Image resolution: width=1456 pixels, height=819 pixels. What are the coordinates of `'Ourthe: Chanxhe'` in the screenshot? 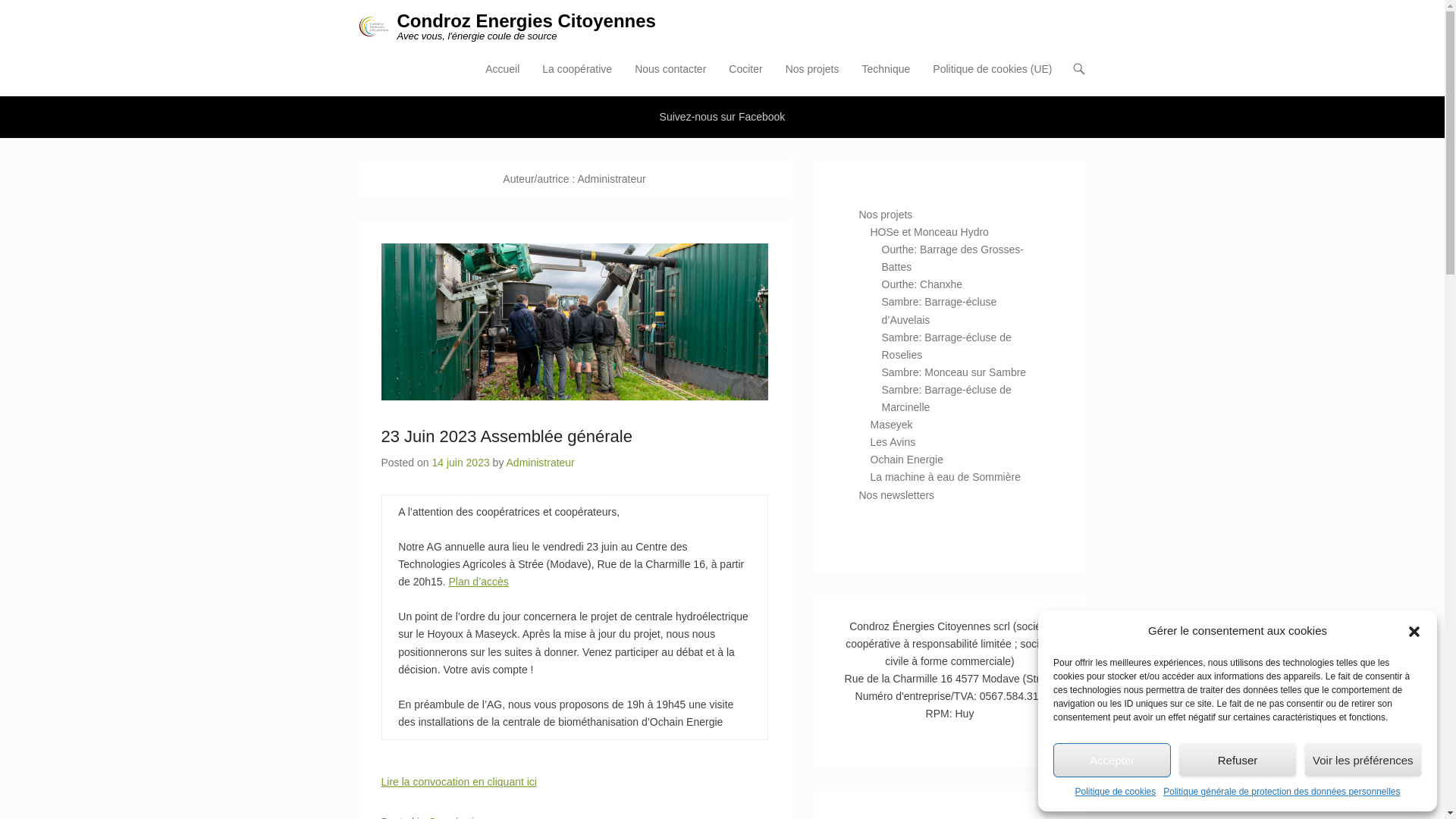 It's located at (921, 284).